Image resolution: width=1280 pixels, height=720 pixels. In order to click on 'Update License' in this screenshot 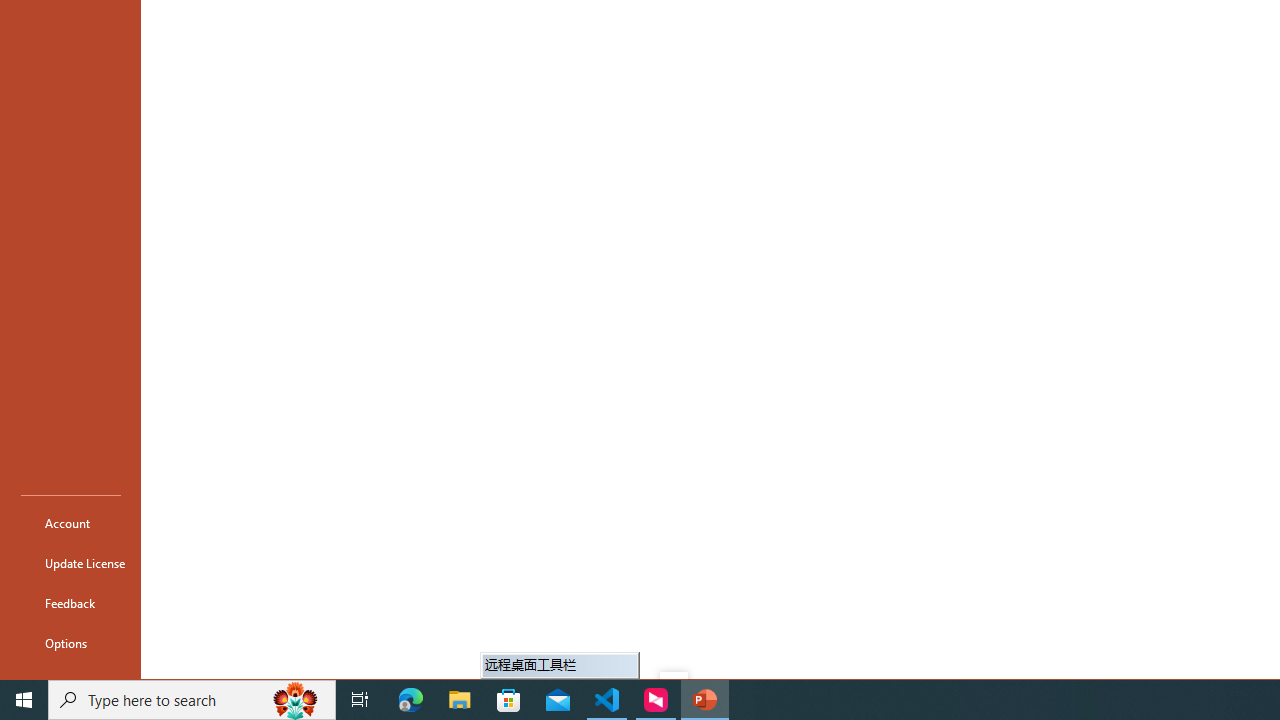, I will do `click(71, 563)`.